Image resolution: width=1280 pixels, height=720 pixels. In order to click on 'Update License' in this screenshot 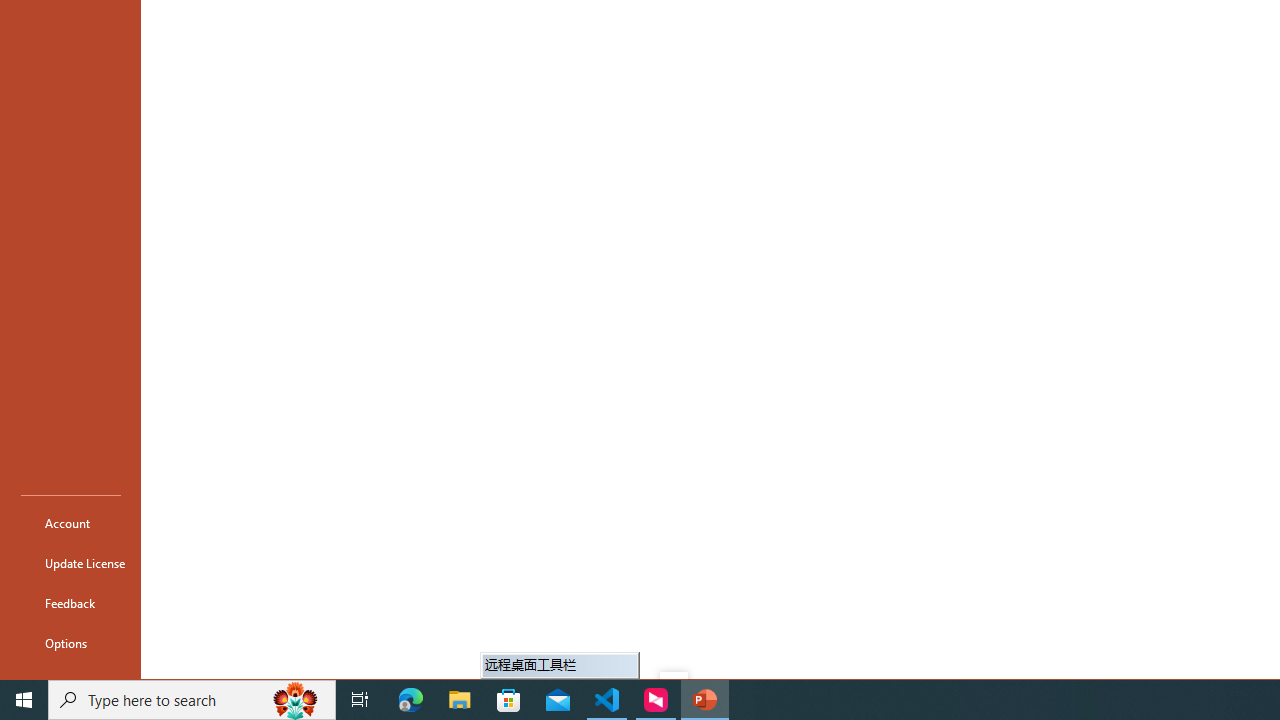, I will do `click(71, 563)`.